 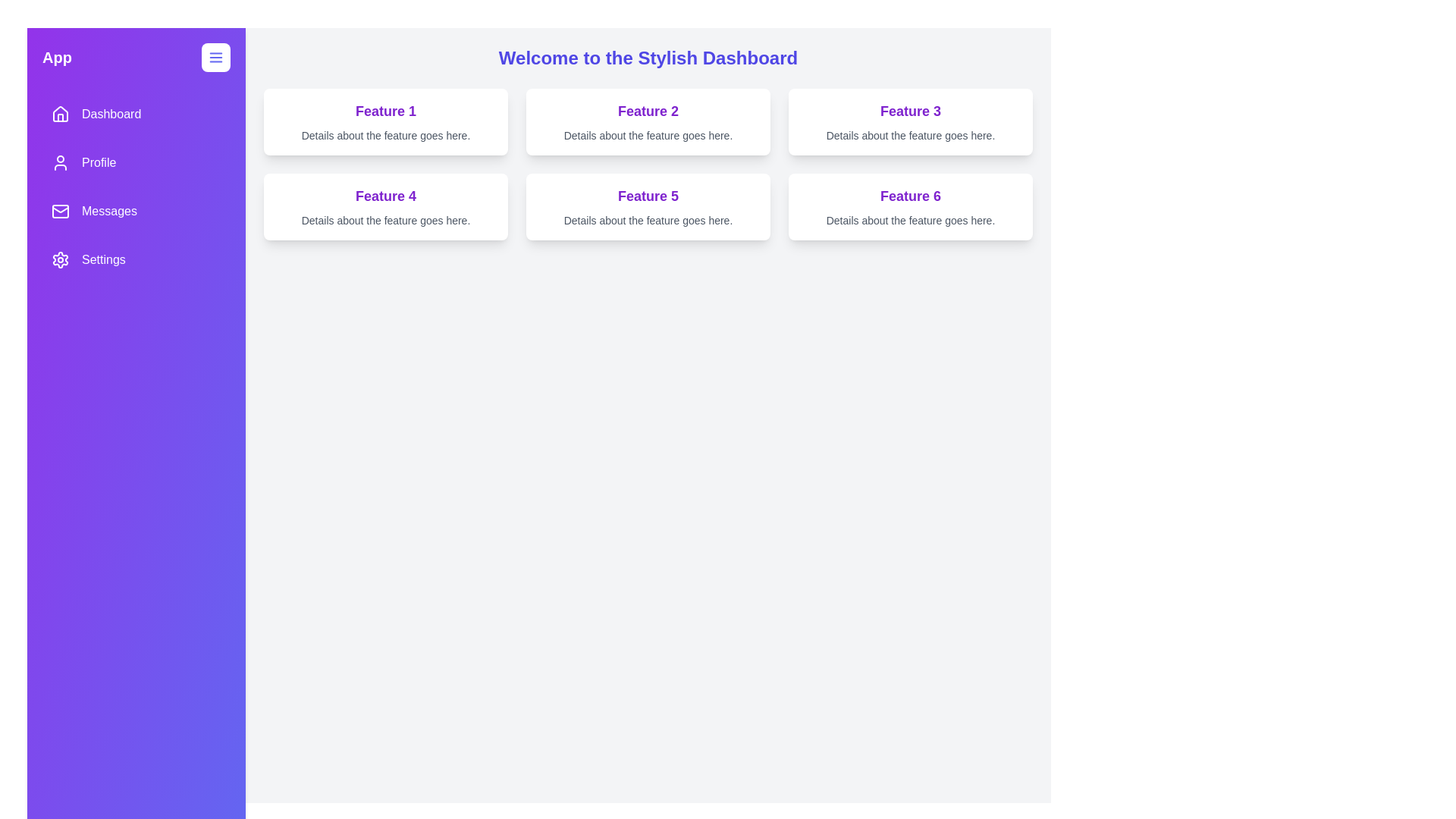 What do you see at coordinates (910, 110) in the screenshot?
I see `the text label that serves as the title for the card labeled 'Feature 3', which is positioned at the top-center of the card above the description text` at bounding box center [910, 110].